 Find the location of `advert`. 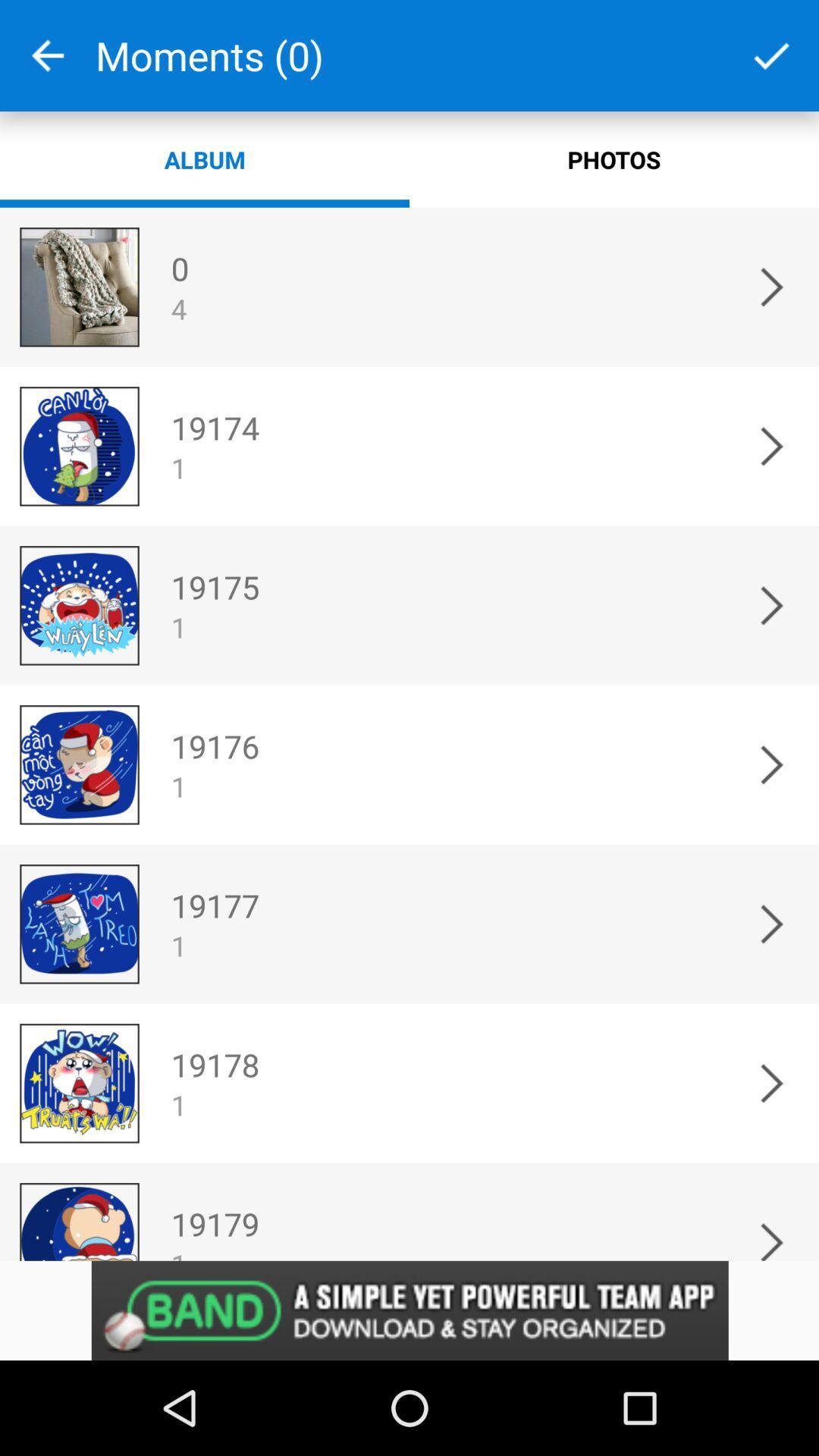

advert is located at coordinates (409, 1310).